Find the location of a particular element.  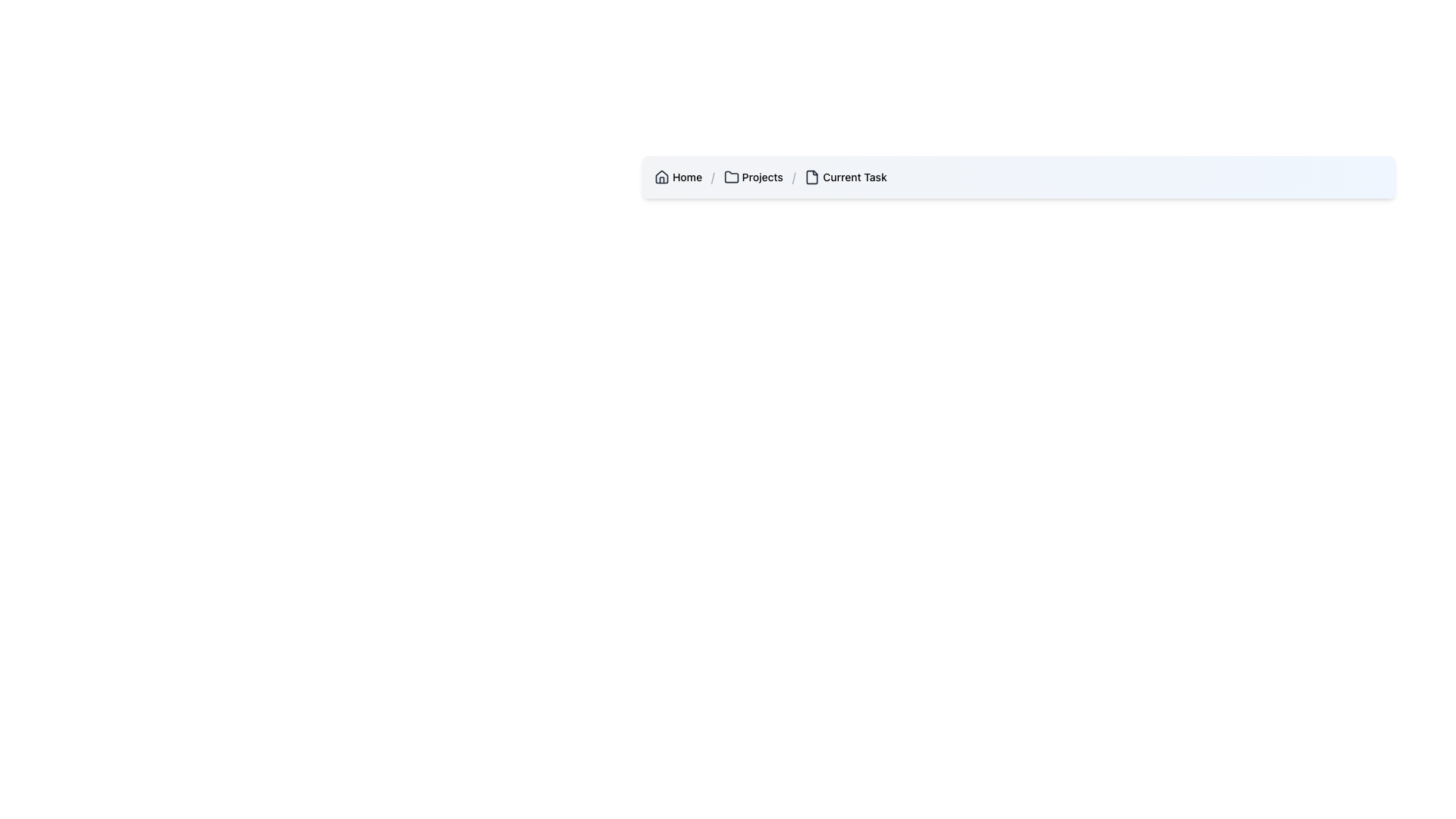

the second breadcrumb separator in the navigation bar which visually separates the 'Home' and 'Projects' links is located at coordinates (712, 177).